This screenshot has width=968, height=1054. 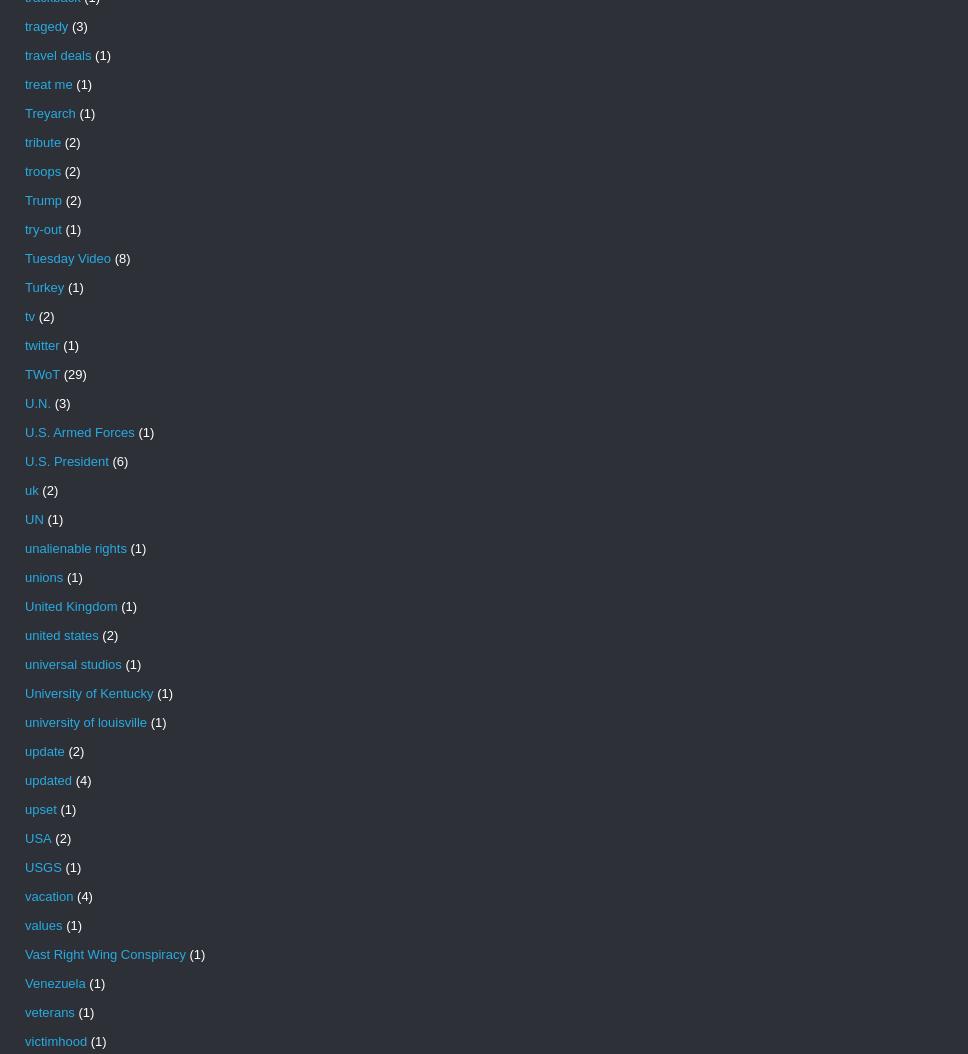 I want to click on 'University of Kentucky', so click(x=24, y=692).